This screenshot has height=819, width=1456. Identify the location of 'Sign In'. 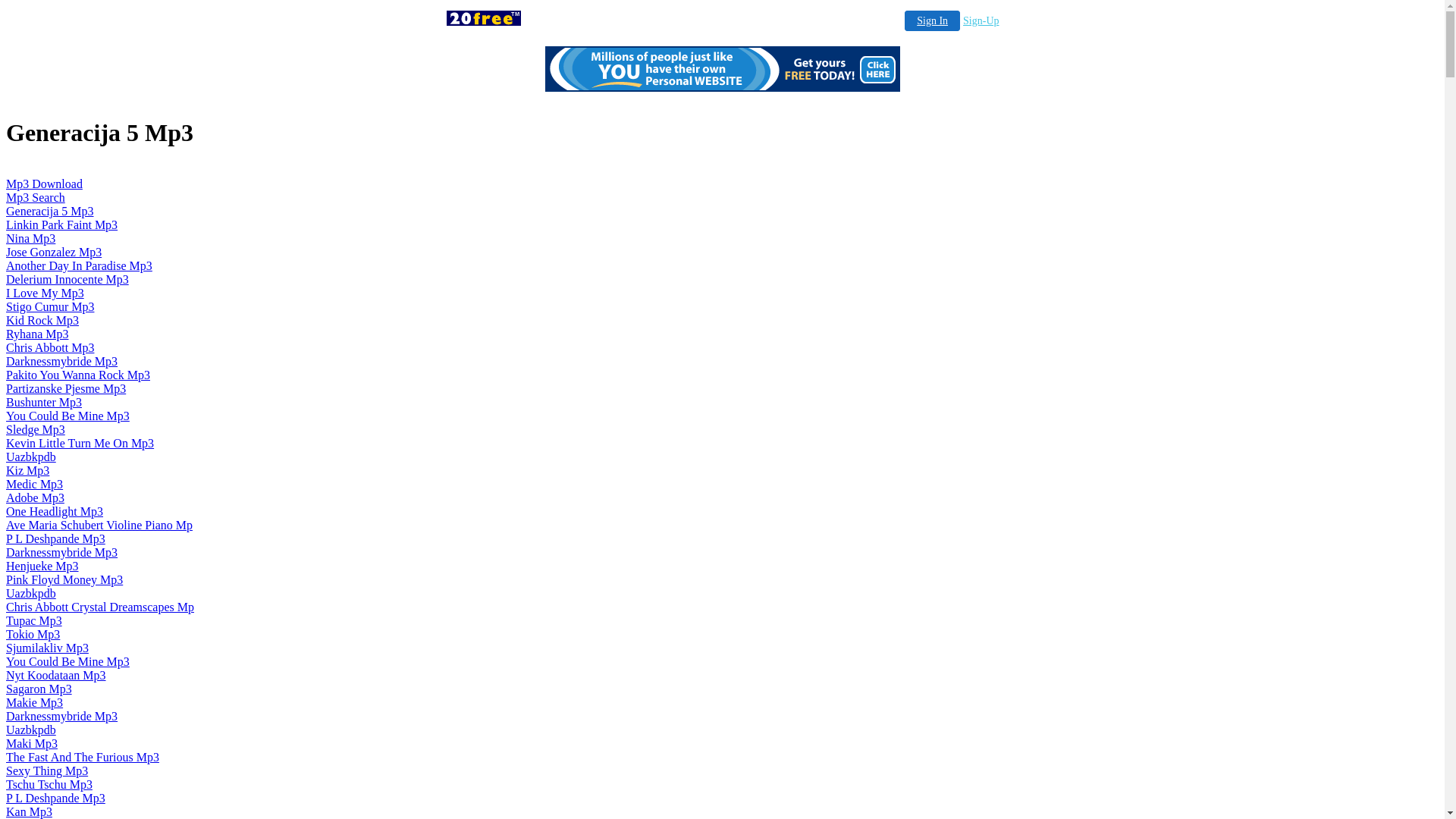
(931, 20).